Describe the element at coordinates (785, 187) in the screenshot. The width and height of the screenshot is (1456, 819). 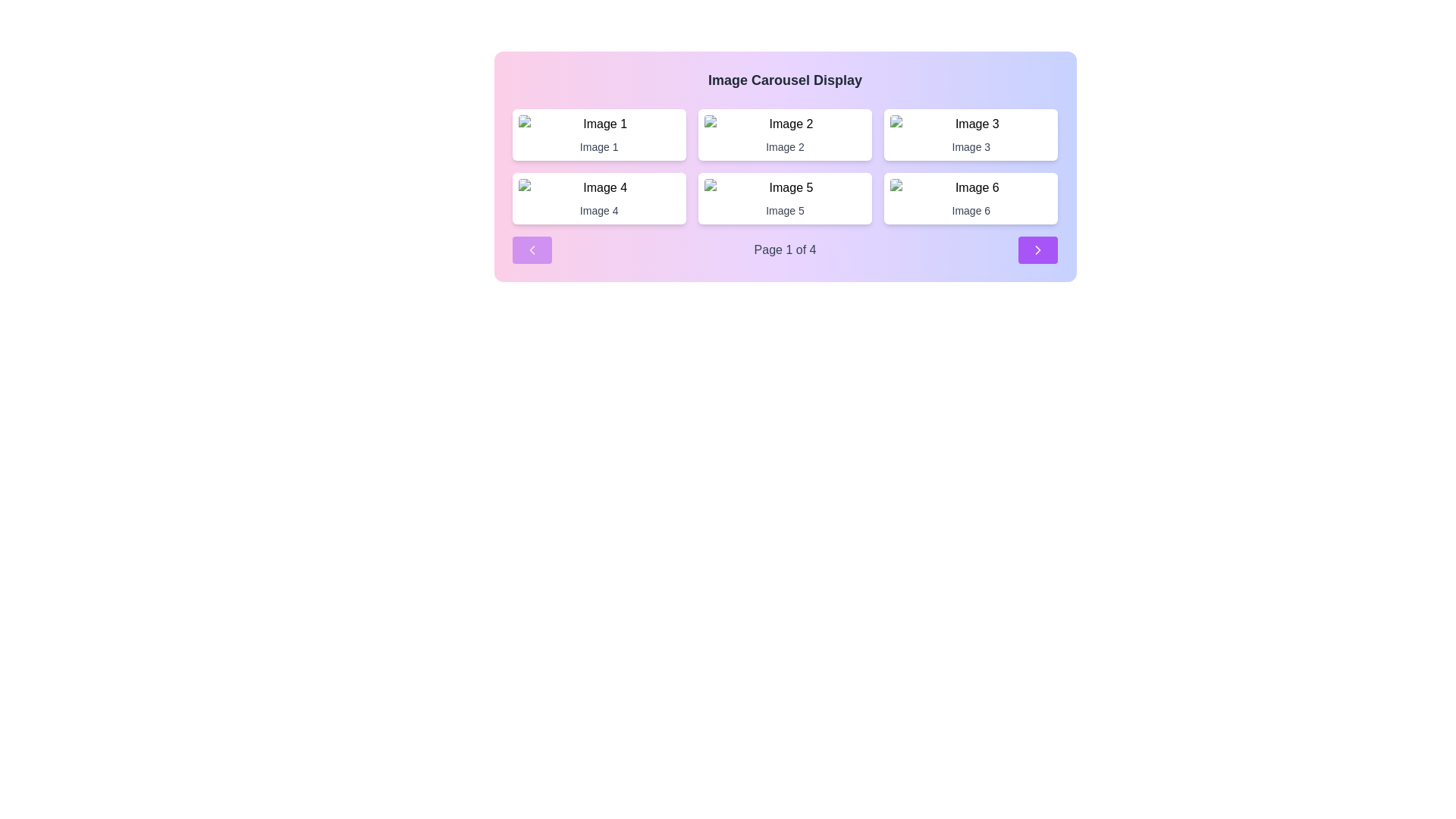
I see `the placeholder image associated with the label 'Image 5'` at that location.